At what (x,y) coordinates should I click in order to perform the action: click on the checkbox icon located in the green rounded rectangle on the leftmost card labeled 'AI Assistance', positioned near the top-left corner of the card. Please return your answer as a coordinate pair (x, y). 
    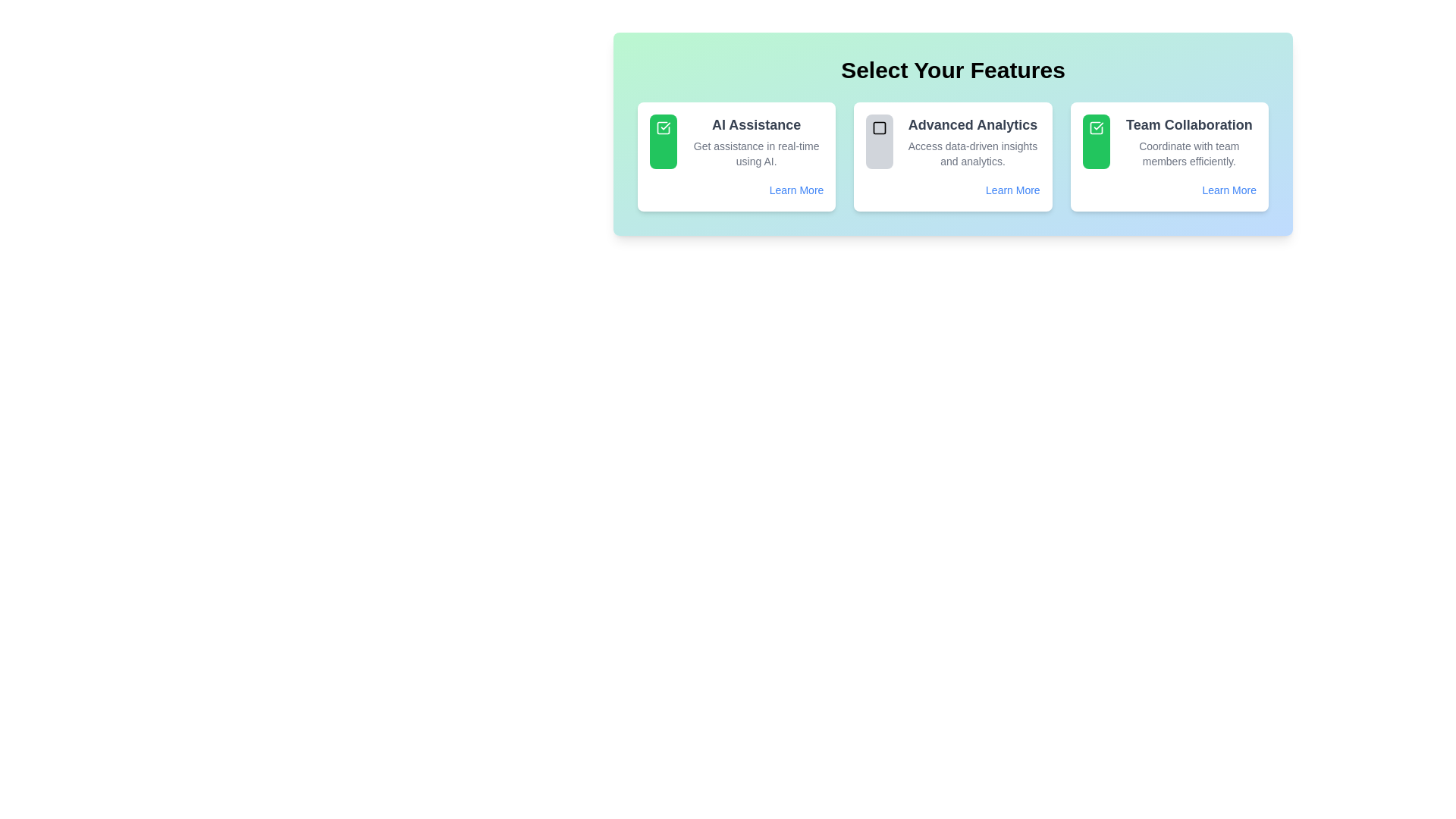
    Looking at the image, I should click on (663, 127).